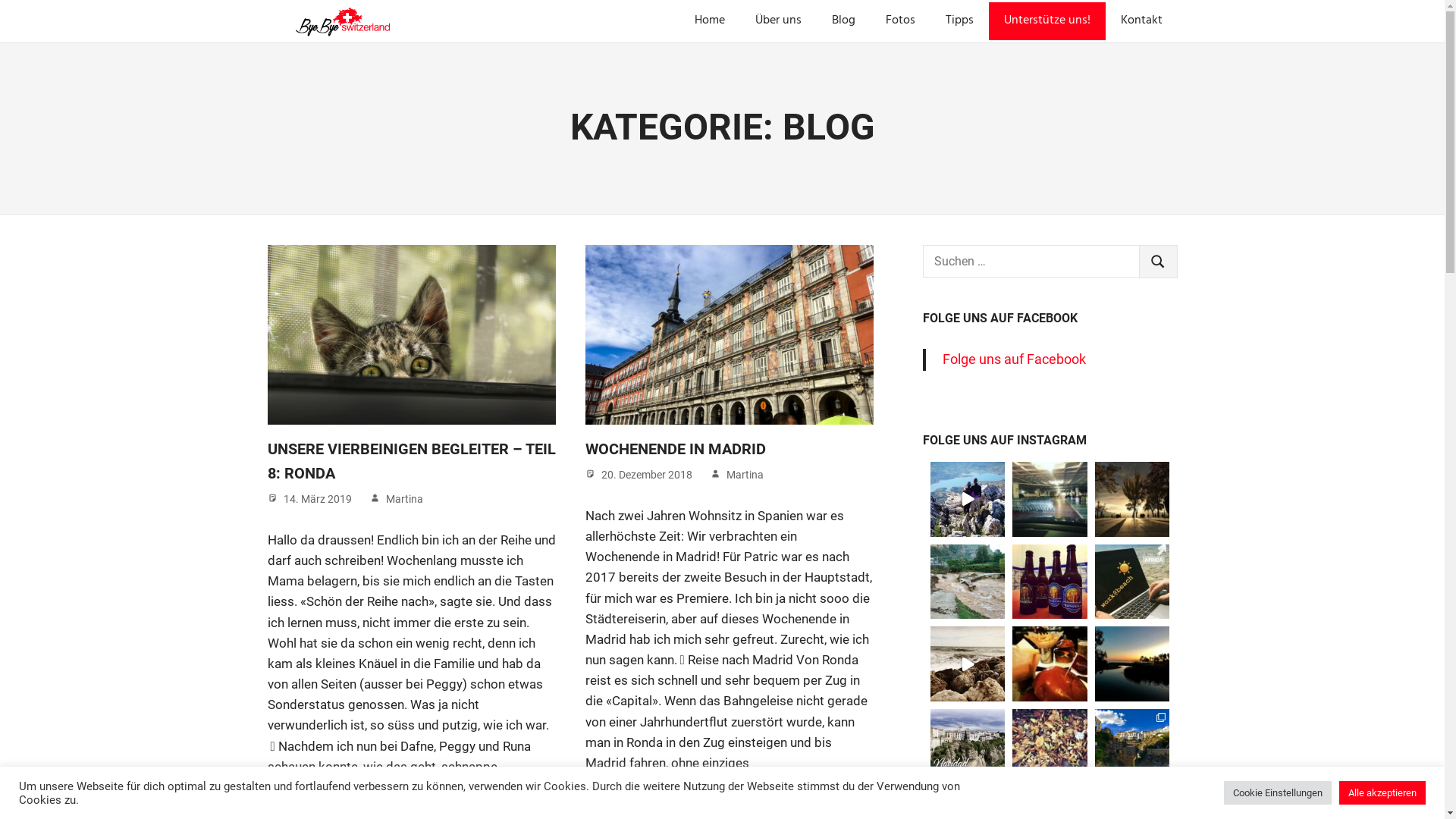 The image size is (1456, 819). What do you see at coordinates (870, 20) in the screenshot?
I see `'Fotos'` at bounding box center [870, 20].